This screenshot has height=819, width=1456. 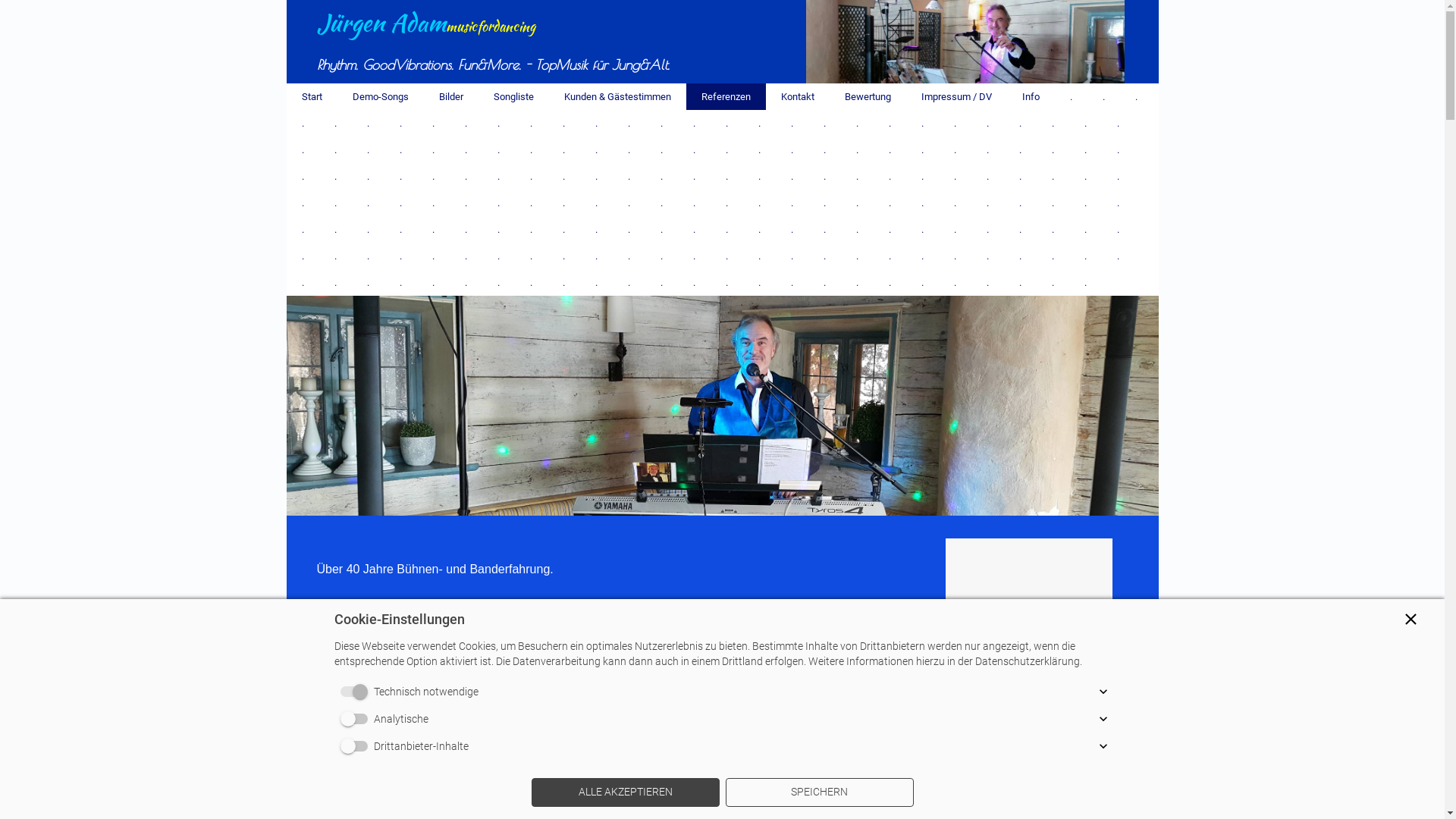 What do you see at coordinates (829, 96) in the screenshot?
I see `'Bewertung'` at bounding box center [829, 96].